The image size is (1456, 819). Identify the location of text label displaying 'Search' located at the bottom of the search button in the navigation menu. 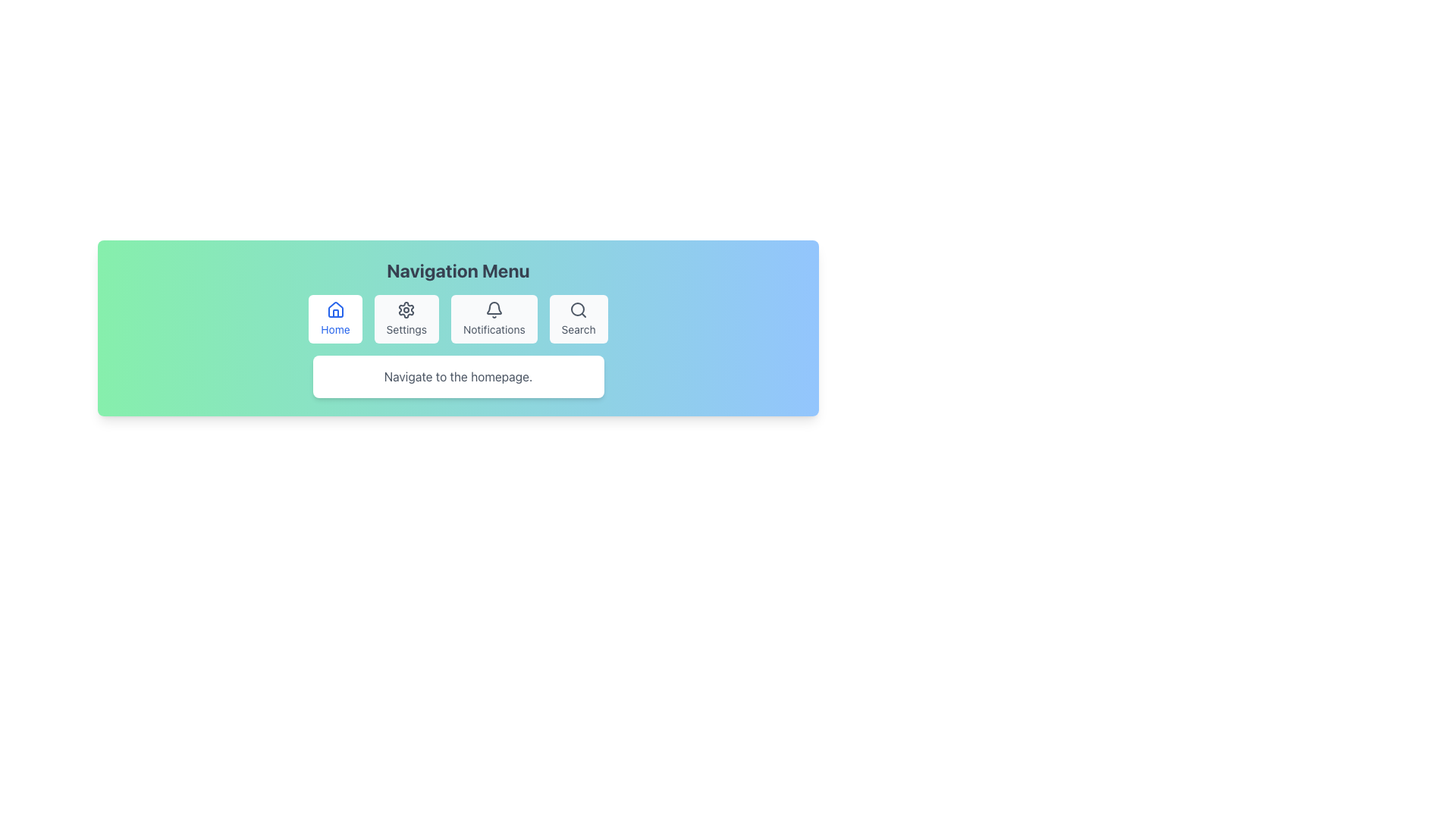
(578, 329).